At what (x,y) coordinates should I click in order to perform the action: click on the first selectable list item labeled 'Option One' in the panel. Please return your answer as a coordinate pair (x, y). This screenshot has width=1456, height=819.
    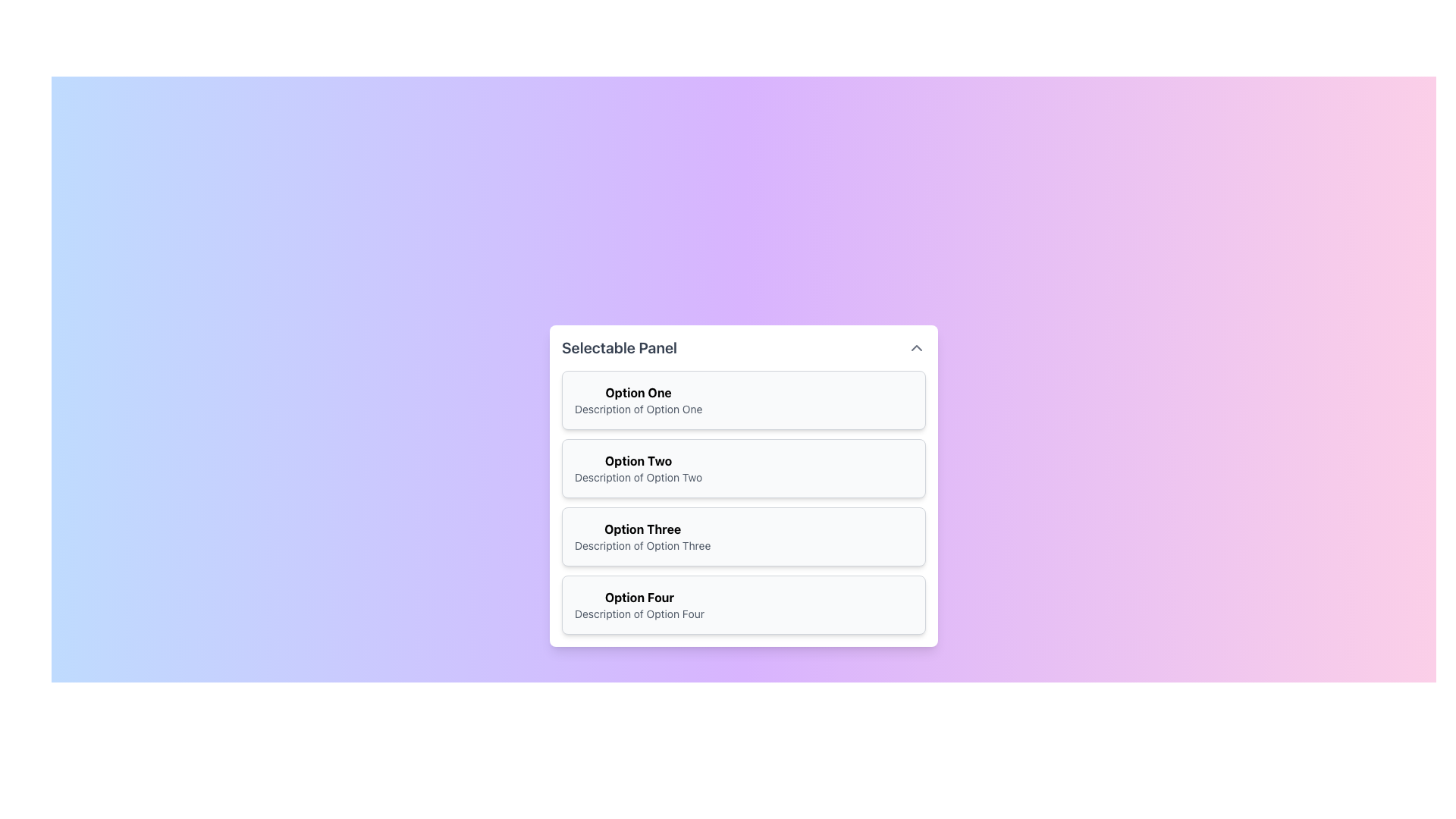
    Looking at the image, I should click on (639, 400).